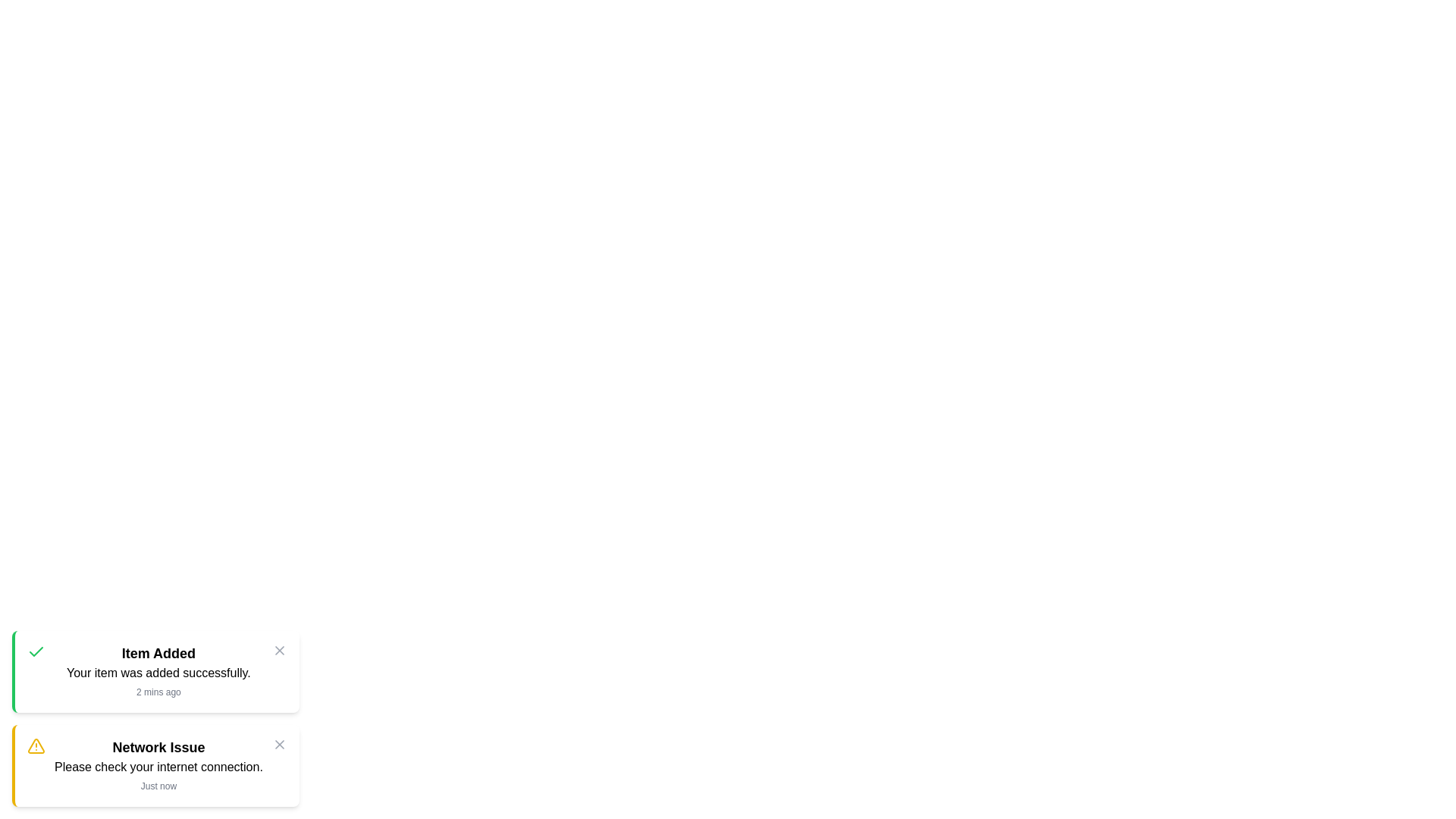  Describe the element at coordinates (36, 651) in the screenshot. I see `the notification icon to analyze its type` at that location.